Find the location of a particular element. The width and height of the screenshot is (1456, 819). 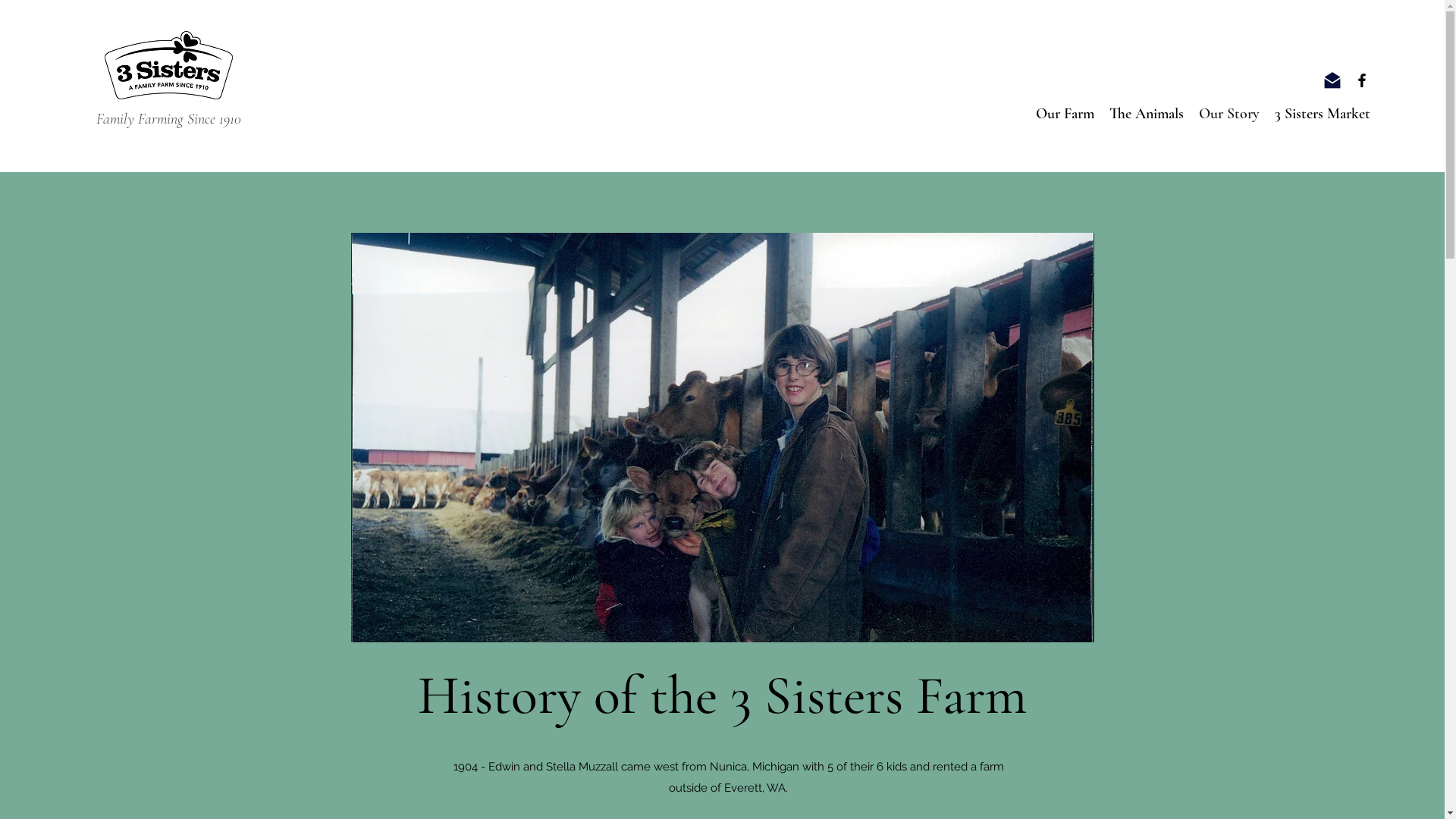

'The Animals' is located at coordinates (1147, 113).